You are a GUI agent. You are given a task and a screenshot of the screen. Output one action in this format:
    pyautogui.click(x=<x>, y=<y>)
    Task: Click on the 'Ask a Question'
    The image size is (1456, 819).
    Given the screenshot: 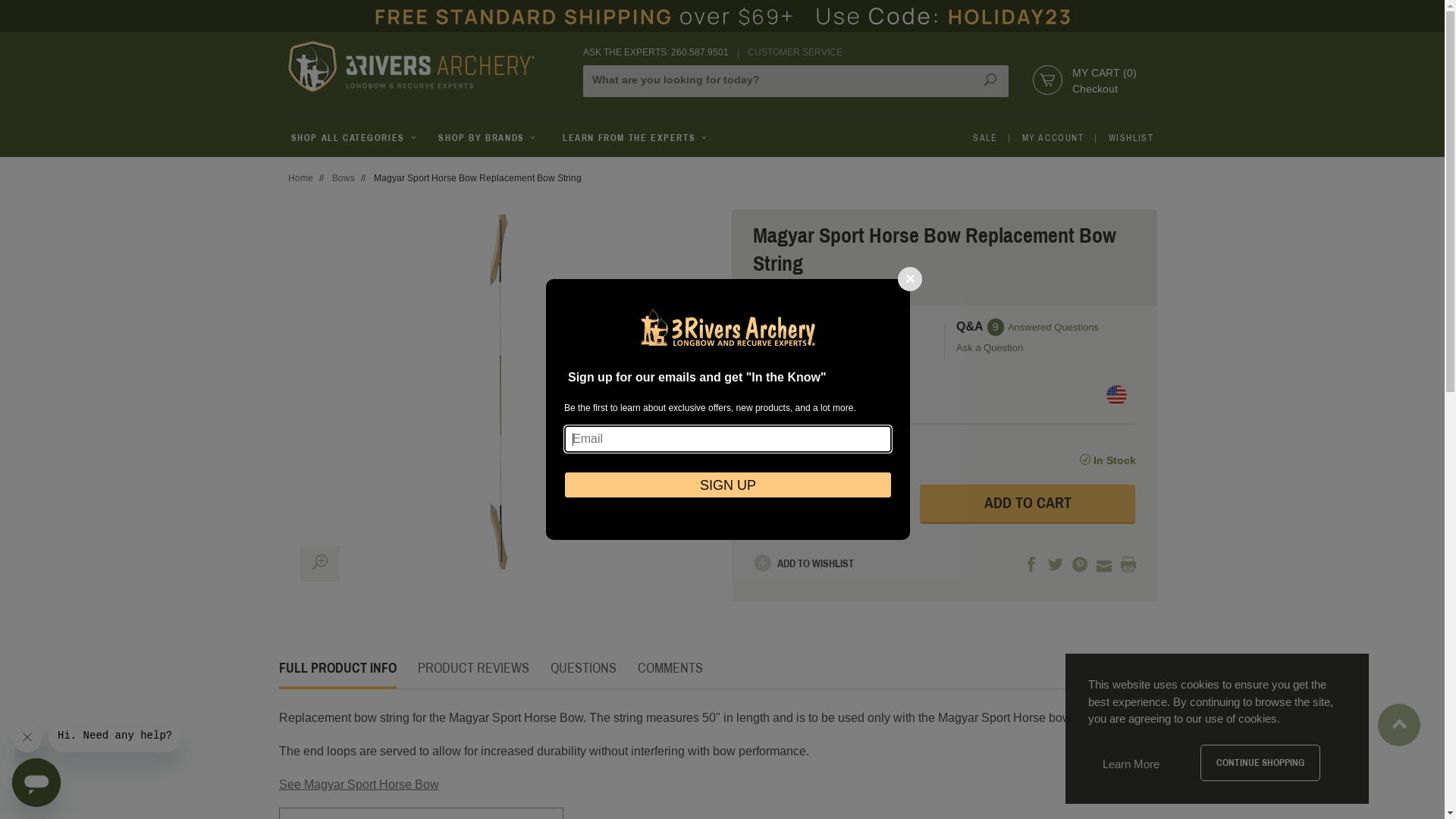 What is the action you would take?
    pyautogui.click(x=1043, y=348)
    